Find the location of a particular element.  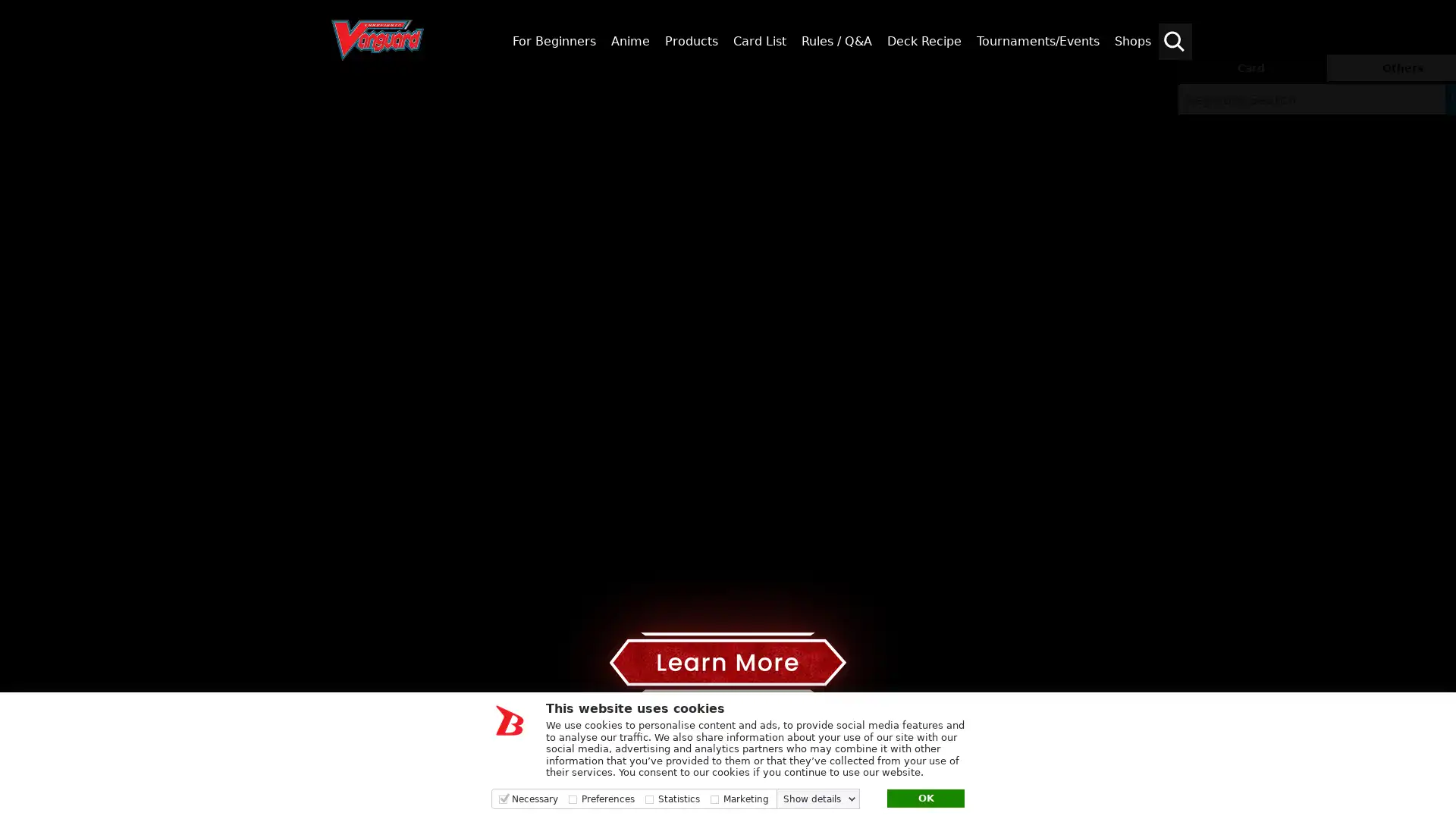

Search is located at coordinates (1437, 96).